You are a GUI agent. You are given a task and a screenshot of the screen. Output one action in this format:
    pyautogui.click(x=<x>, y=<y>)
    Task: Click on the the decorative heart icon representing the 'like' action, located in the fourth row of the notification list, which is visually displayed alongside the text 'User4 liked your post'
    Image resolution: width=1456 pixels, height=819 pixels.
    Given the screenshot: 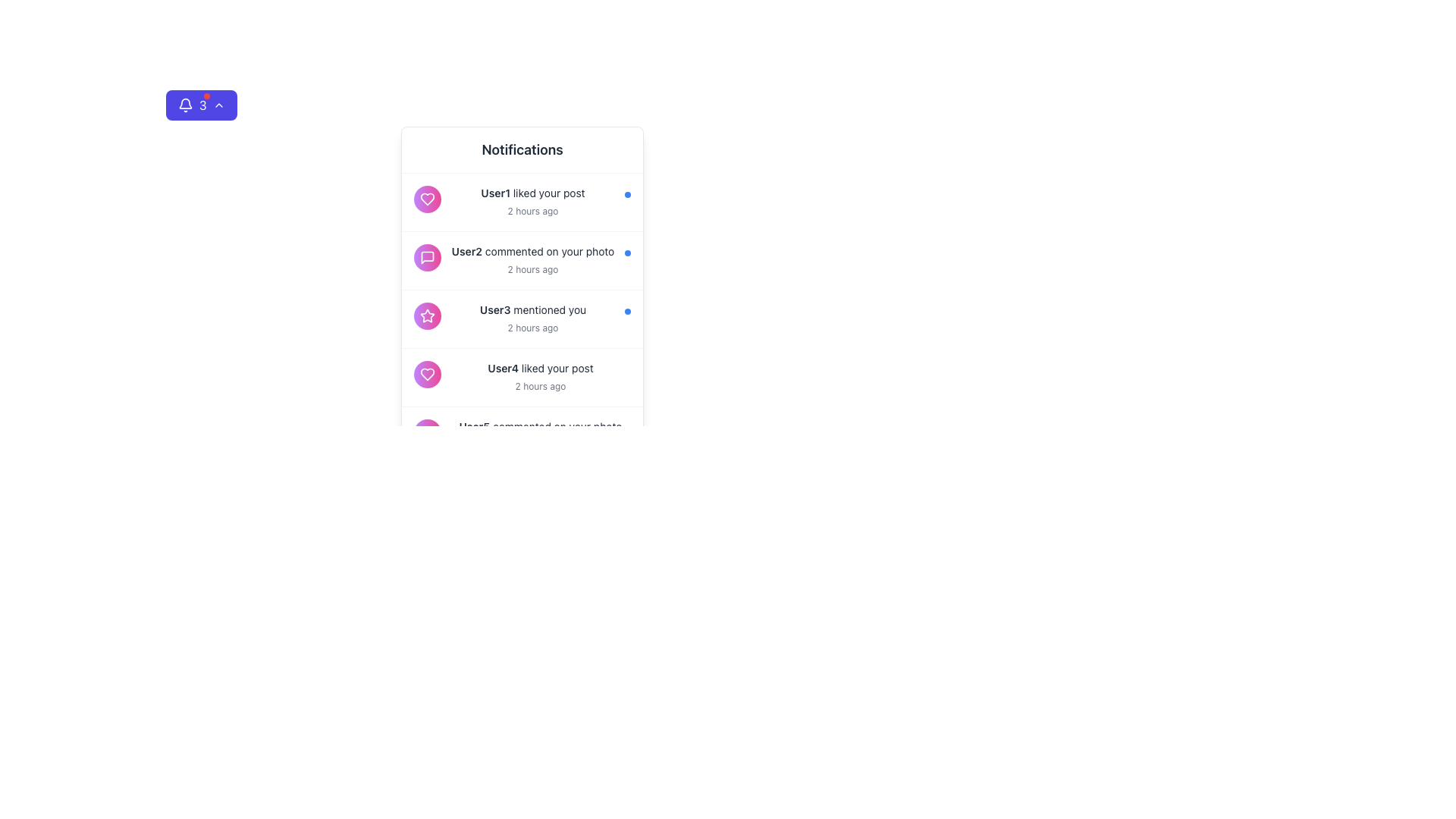 What is the action you would take?
    pyautogui.click(x=427, y=198)
    